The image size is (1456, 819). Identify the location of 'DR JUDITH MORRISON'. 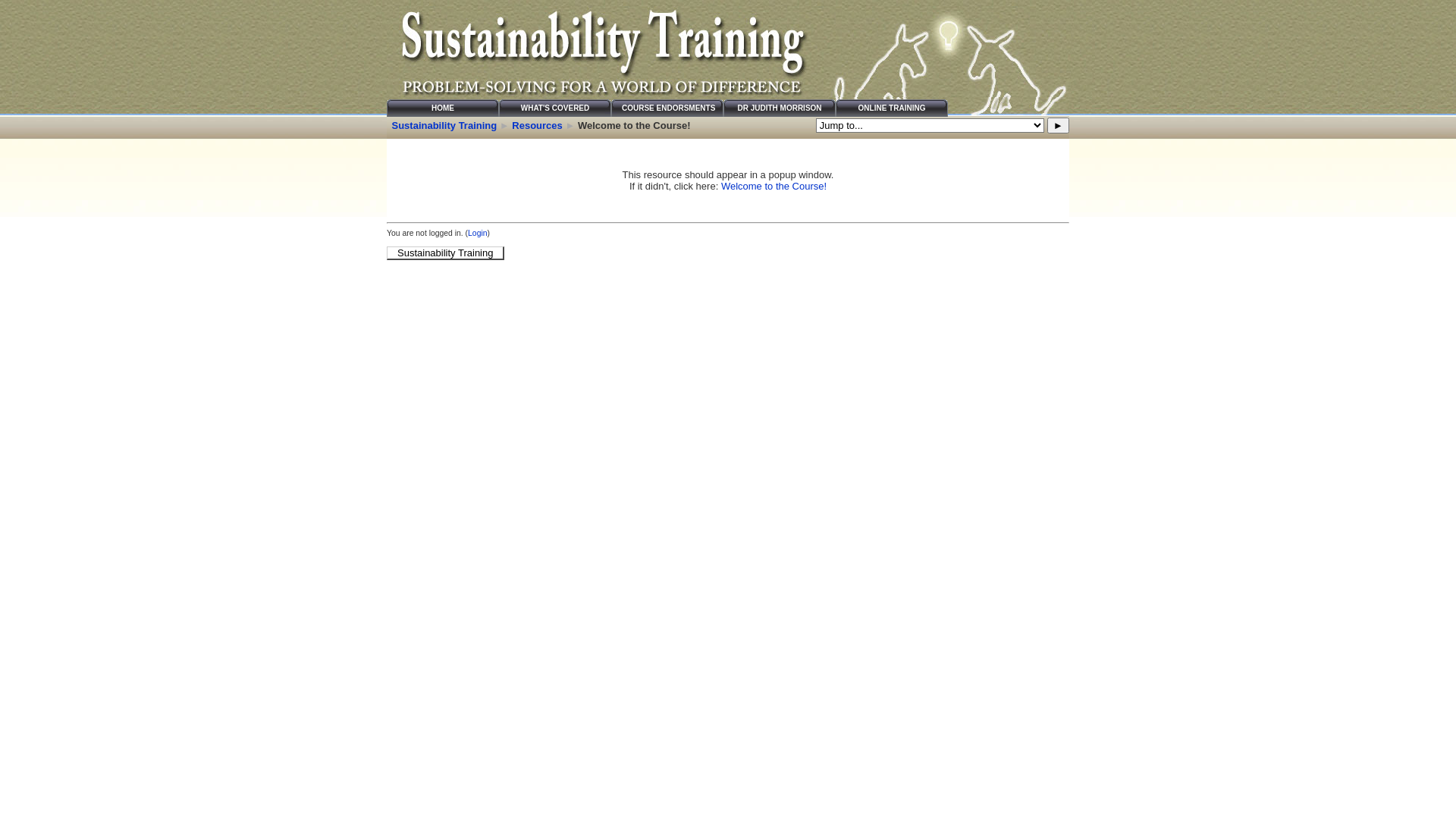
(779, 107).